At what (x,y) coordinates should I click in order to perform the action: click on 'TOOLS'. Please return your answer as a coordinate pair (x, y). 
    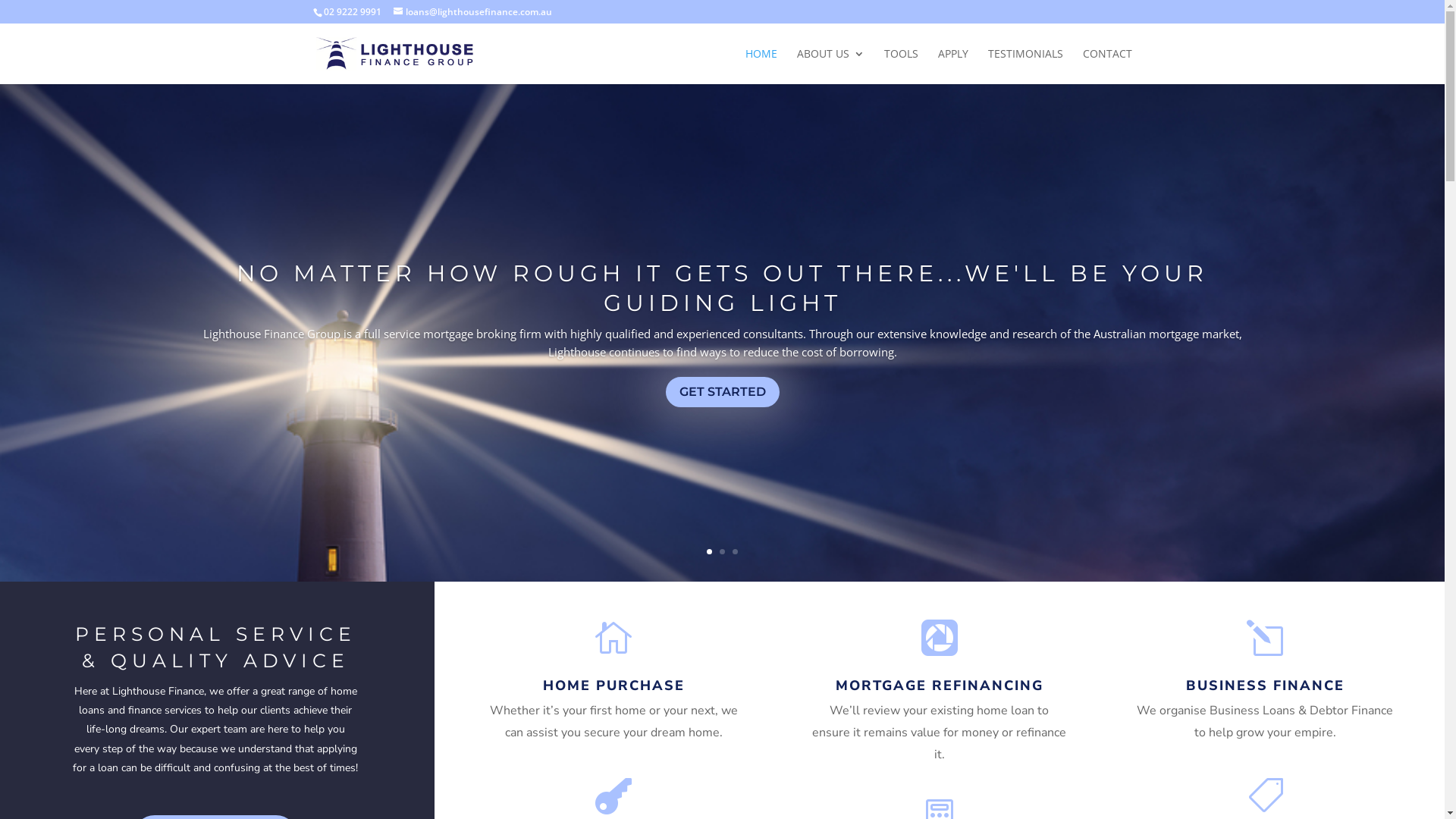
    Looking at the image, I should click on (901, 65).